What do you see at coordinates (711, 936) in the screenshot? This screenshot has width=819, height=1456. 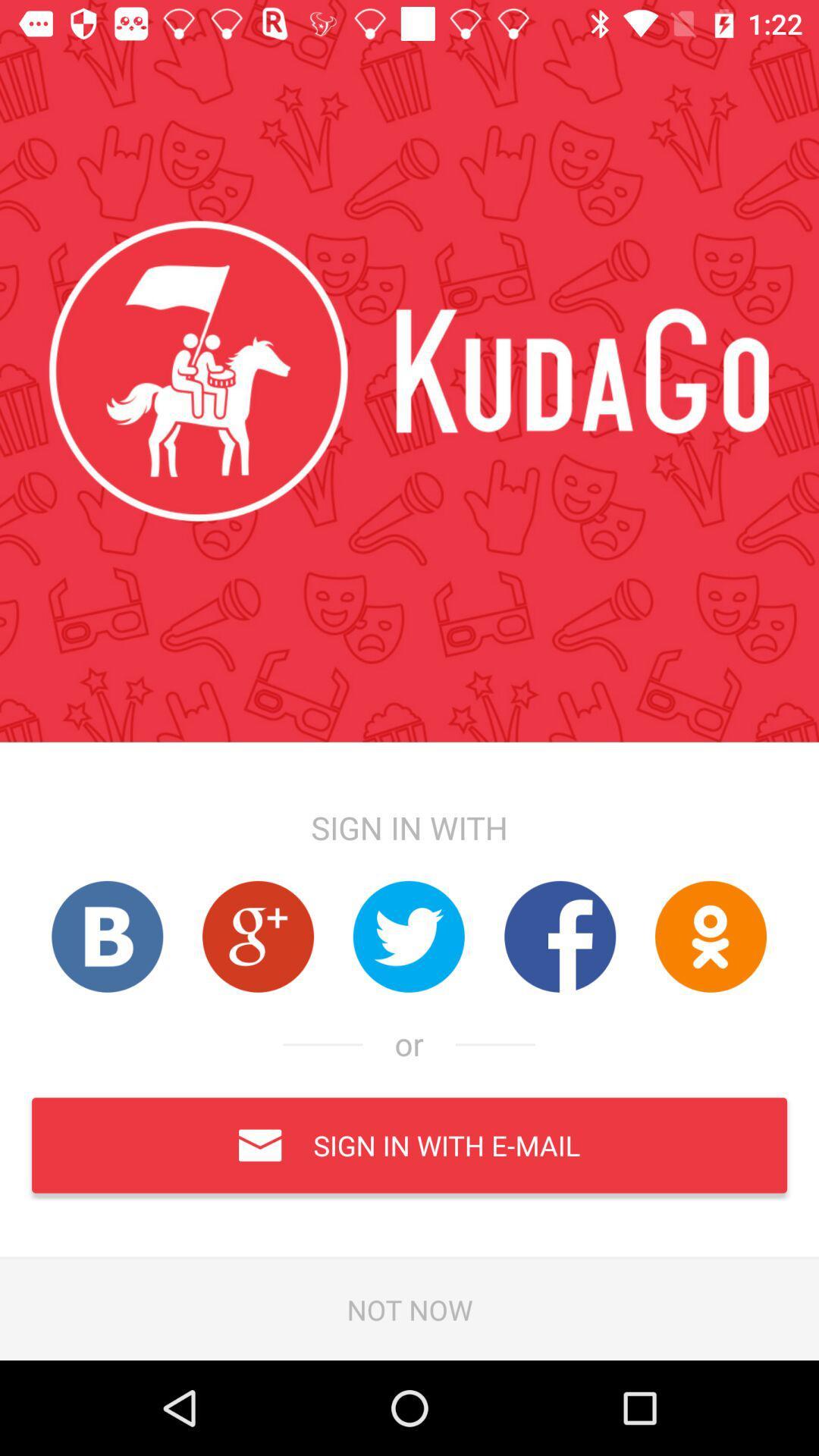 I see `the microphone icon` at bounding box center [711, 936].